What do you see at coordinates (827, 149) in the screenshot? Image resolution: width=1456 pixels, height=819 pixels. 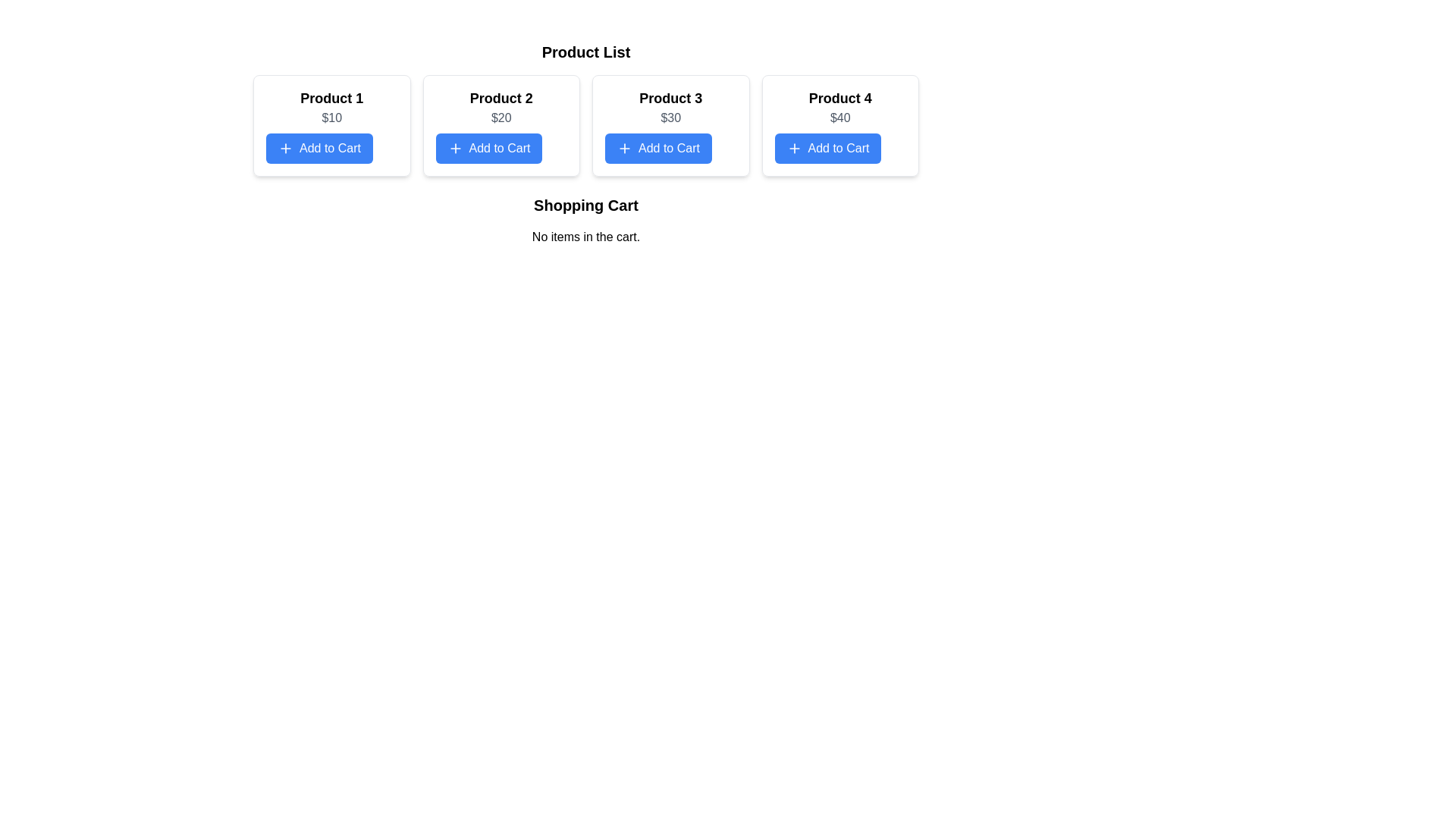 I see `the 'Add to Cart' button located in the lower section of the 'Product 4' card` at bounding box center [827, 149].